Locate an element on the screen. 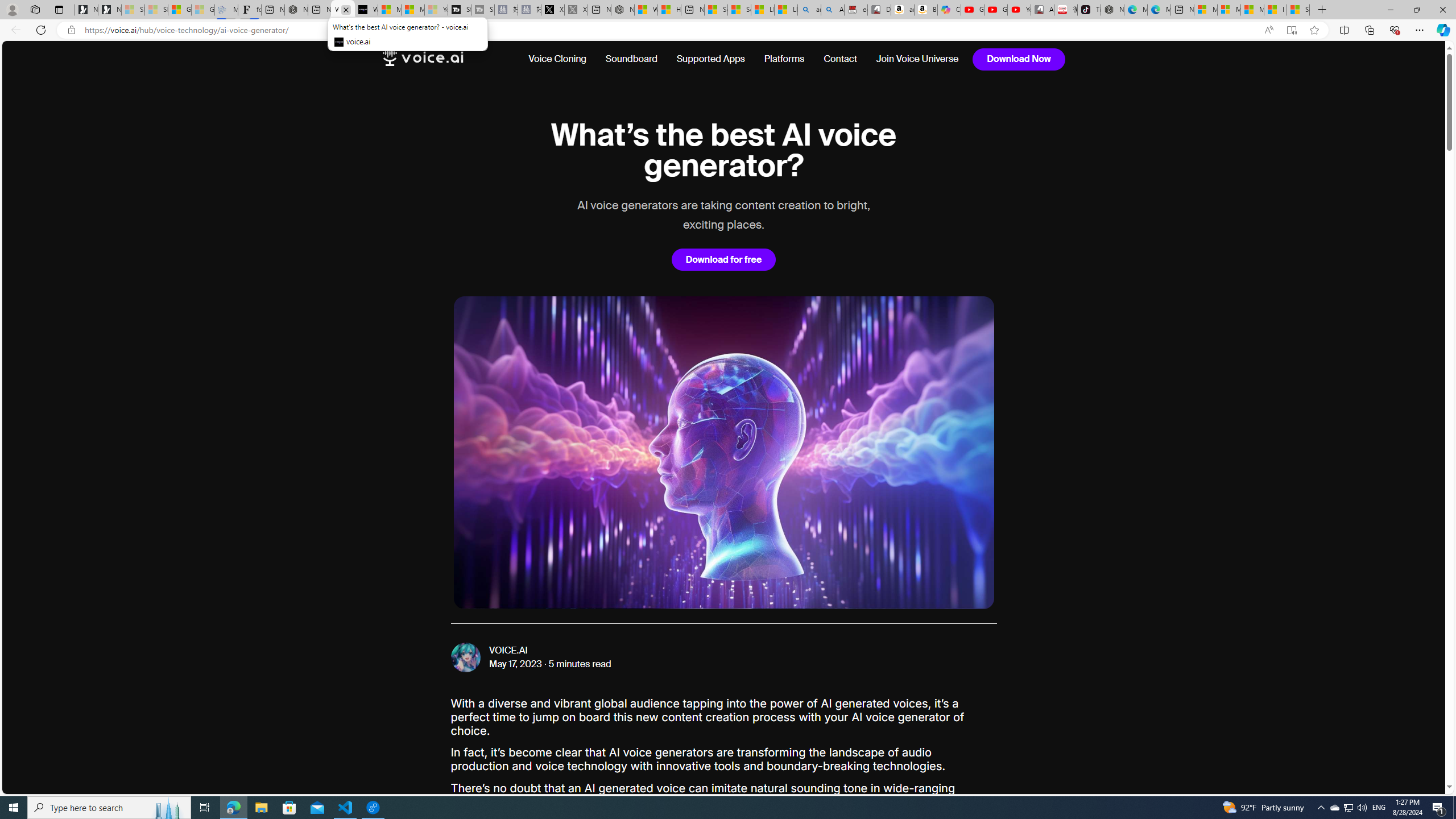  '5 minutes read' is located at coordinates (580, 664).